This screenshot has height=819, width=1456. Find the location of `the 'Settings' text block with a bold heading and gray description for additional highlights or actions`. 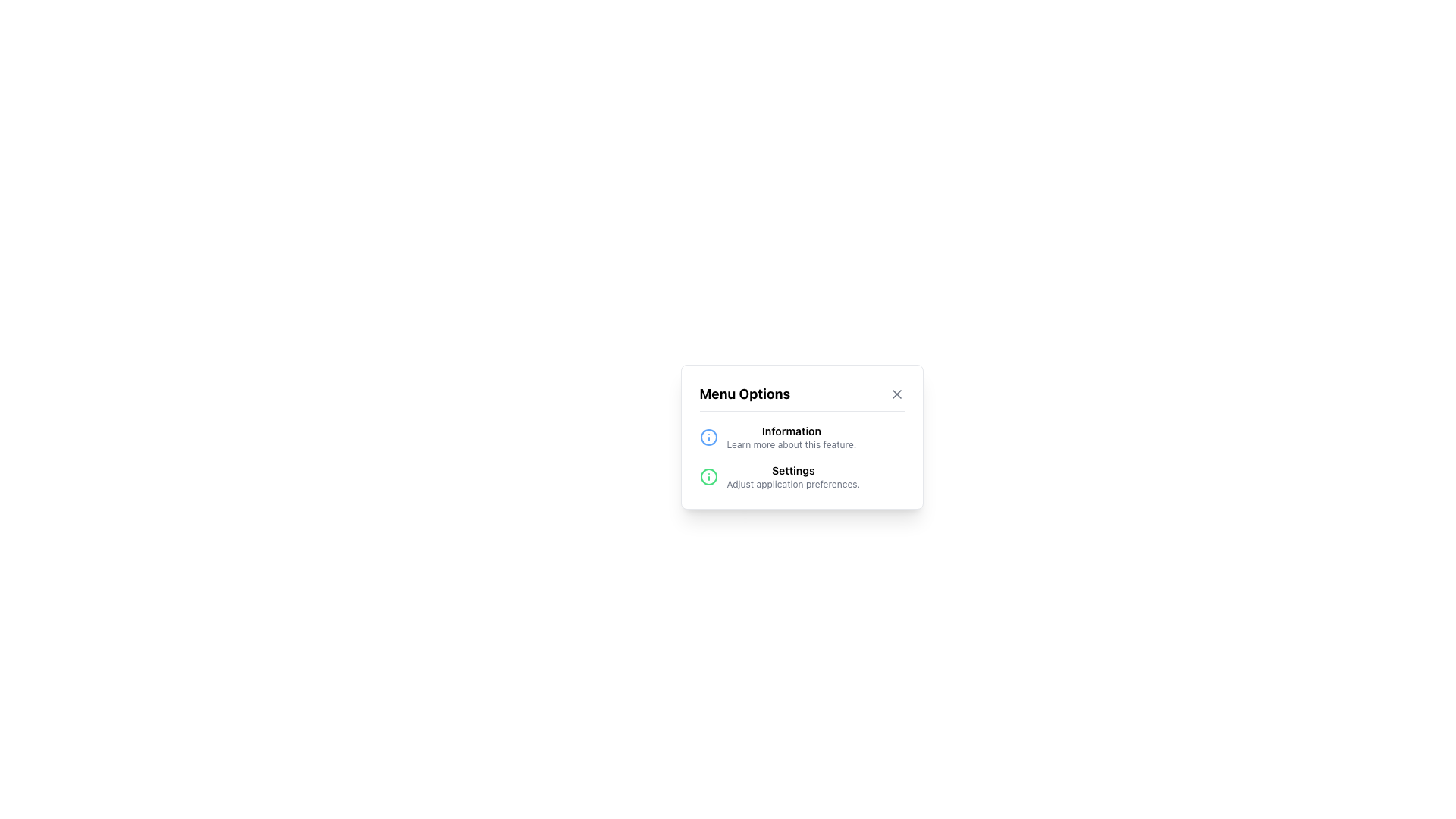

the 'Settings' text block with a bold heading and gray description for additional highlights or actions is located at coordinates (792, 475).